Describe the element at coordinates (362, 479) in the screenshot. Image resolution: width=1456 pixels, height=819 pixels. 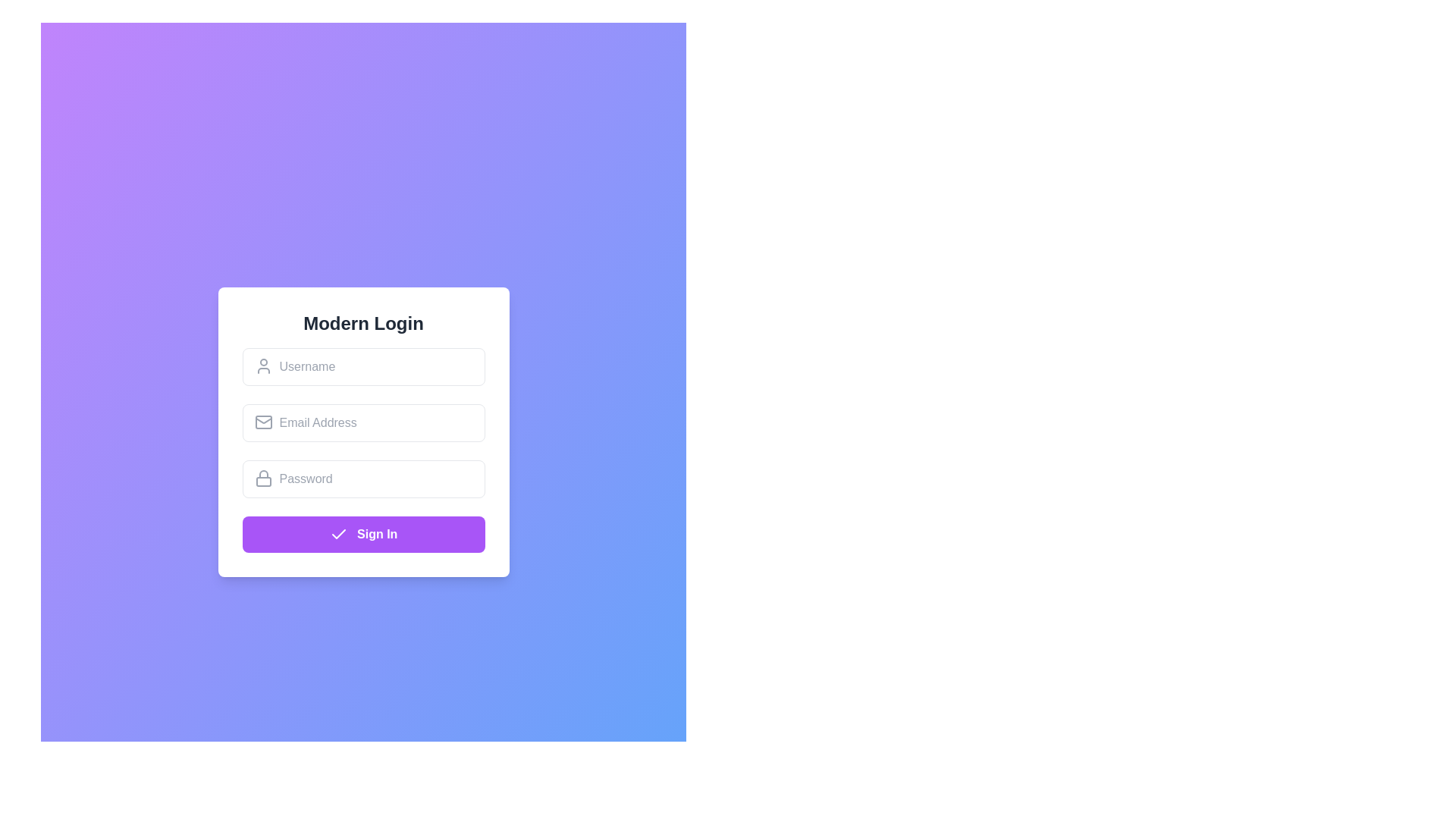
I see `inside the Password input field` at that location.